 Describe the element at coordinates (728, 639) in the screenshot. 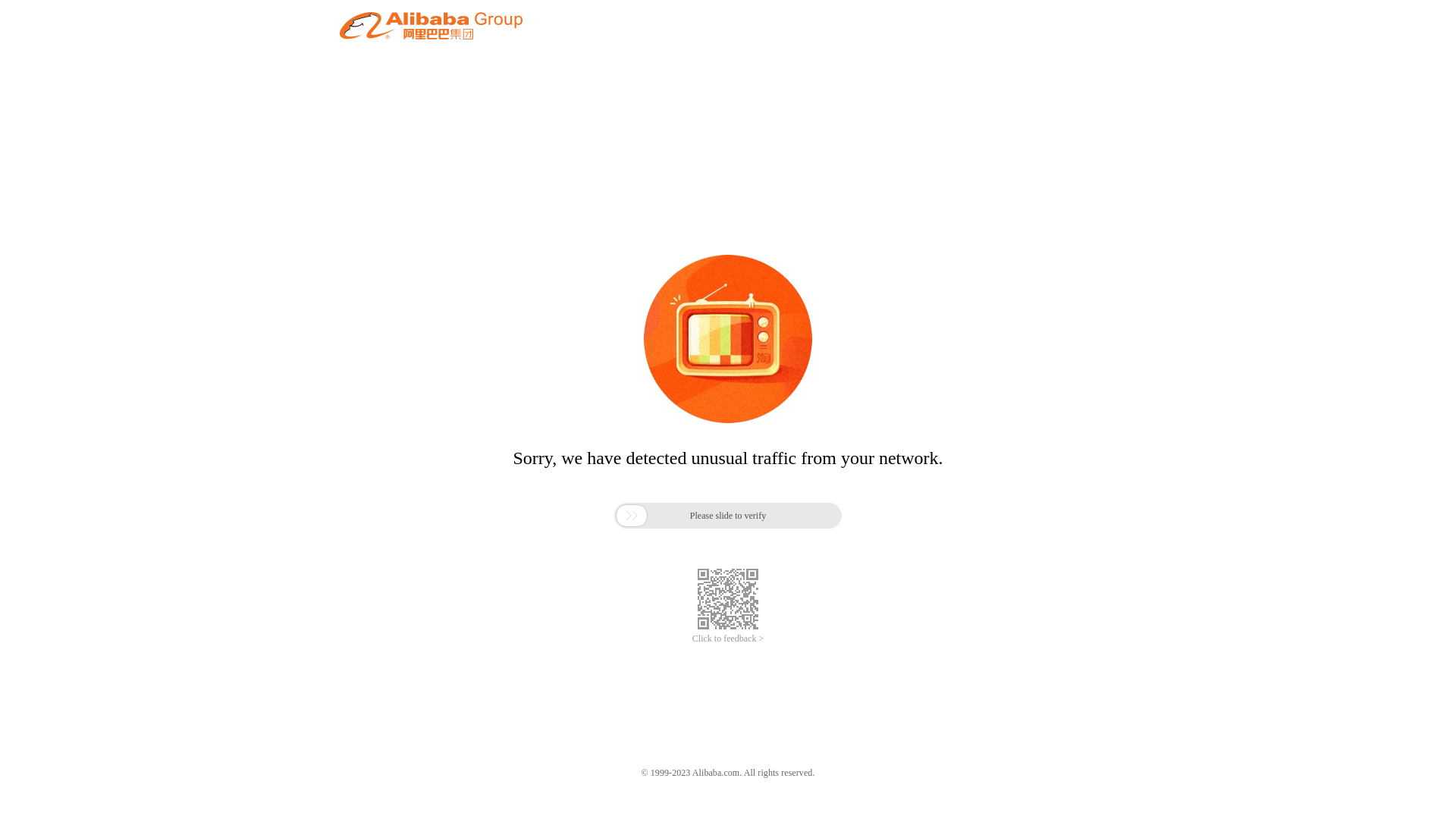

I see `'Click to feedback >'` at that location.